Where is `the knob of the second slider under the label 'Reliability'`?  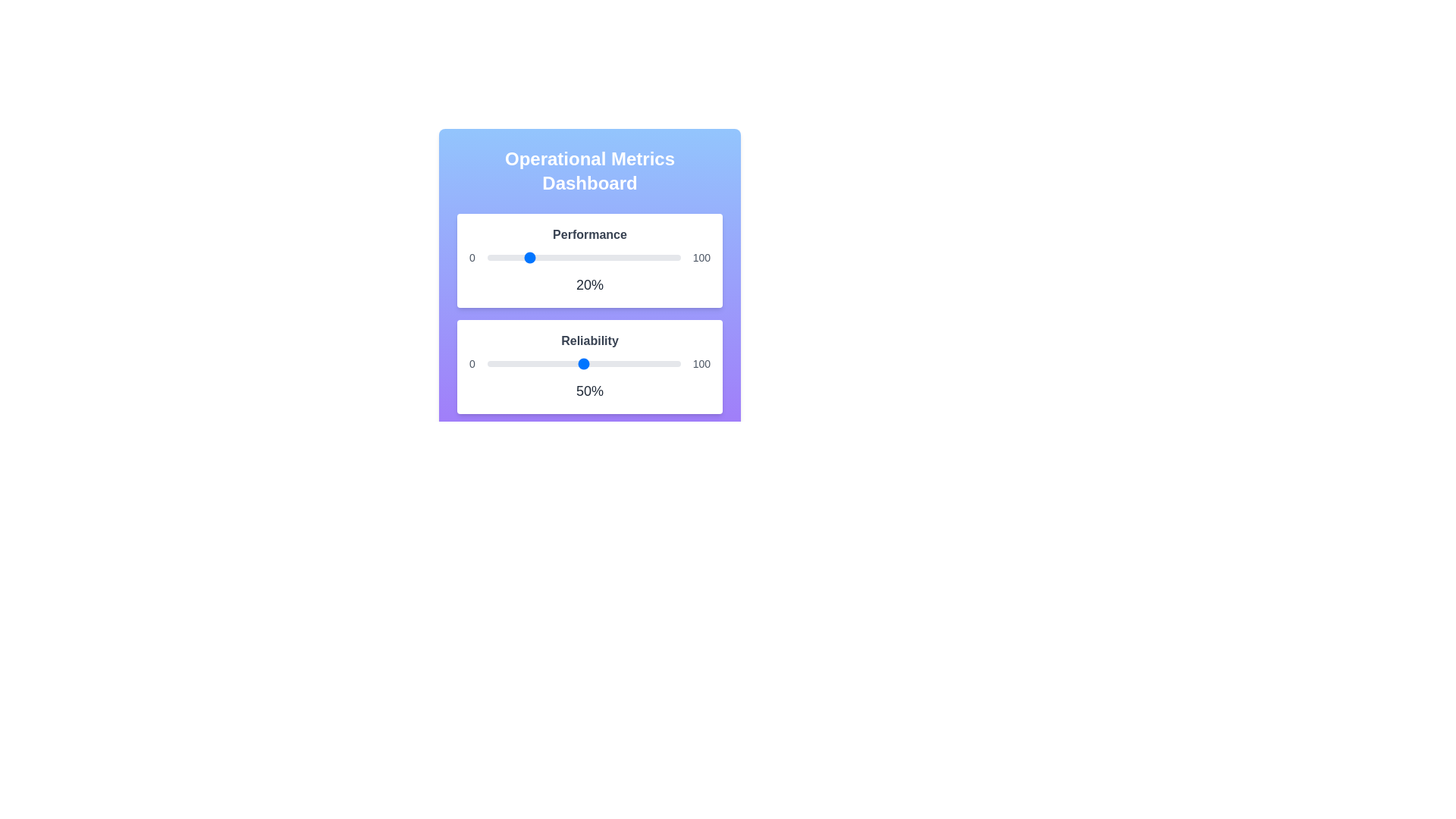
the knob of the second slider under the label 'Reliability' is located at coordinates (583, 363).